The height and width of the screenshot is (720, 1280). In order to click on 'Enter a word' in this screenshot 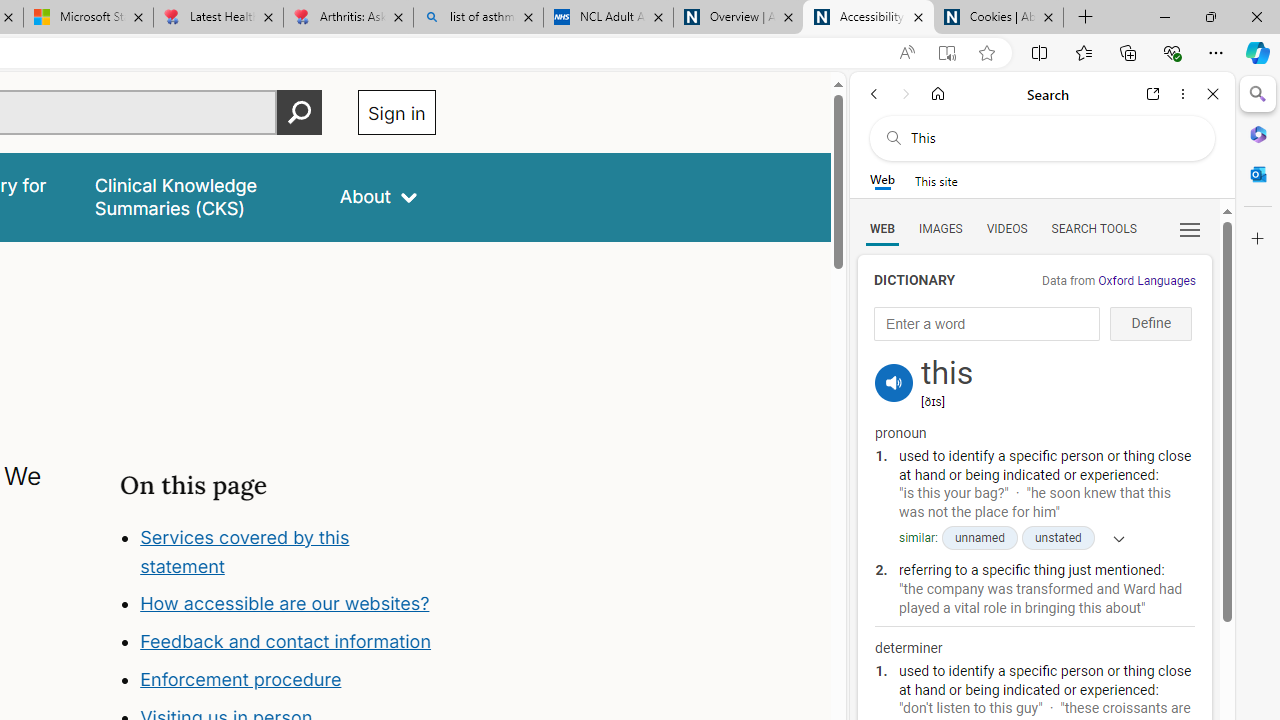, I will do `click(987, 323)`.